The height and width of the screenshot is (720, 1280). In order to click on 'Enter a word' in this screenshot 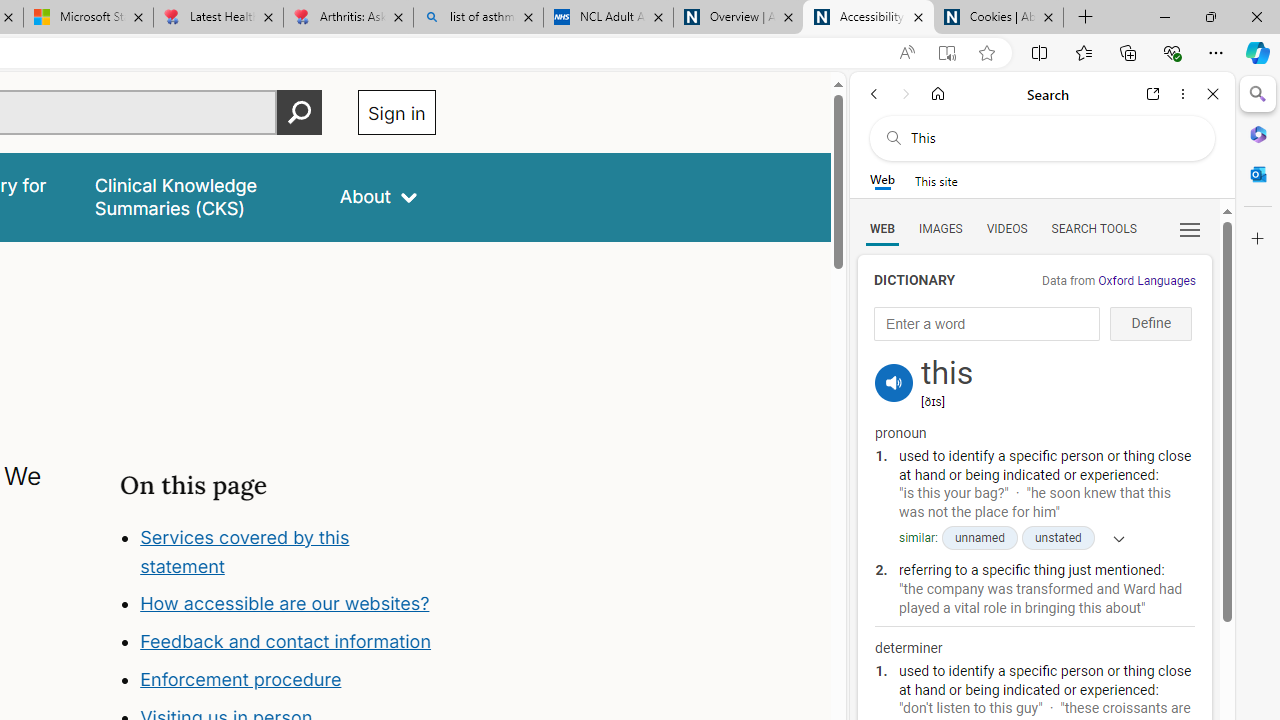, I will do `click(987, 323)`.